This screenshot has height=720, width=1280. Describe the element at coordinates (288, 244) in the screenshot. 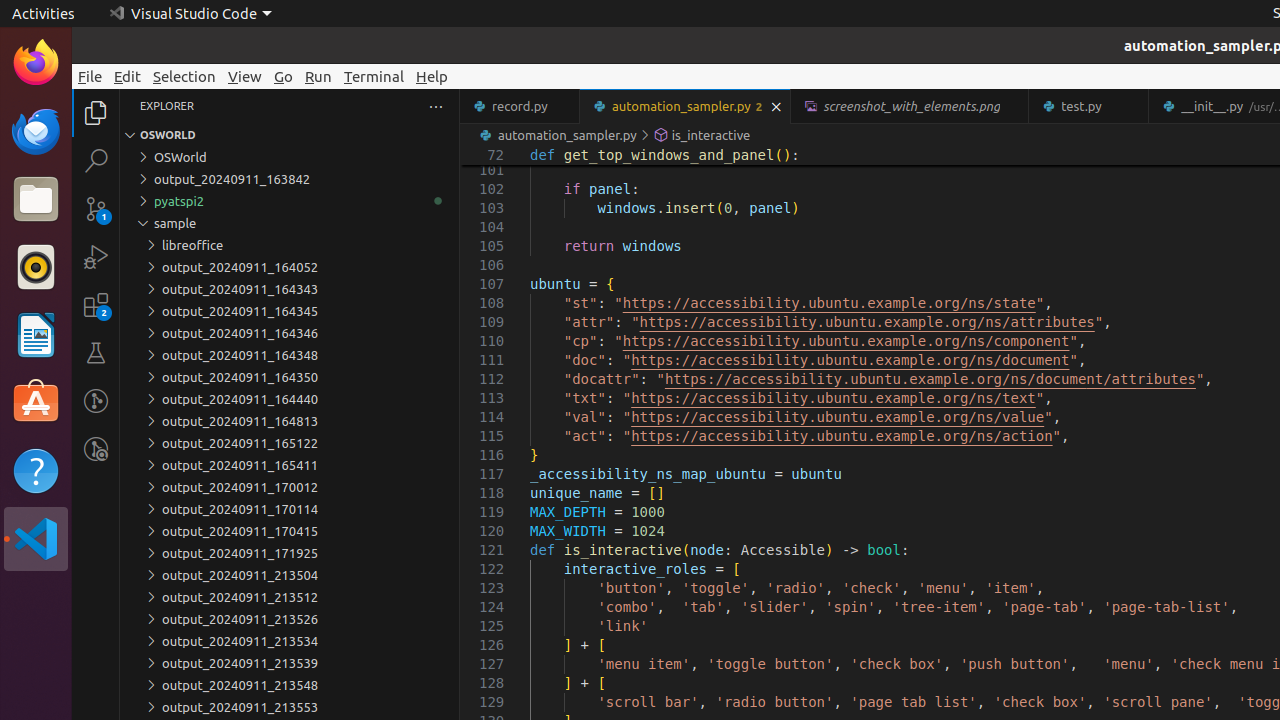

I see `'libreoffice'` at that location.